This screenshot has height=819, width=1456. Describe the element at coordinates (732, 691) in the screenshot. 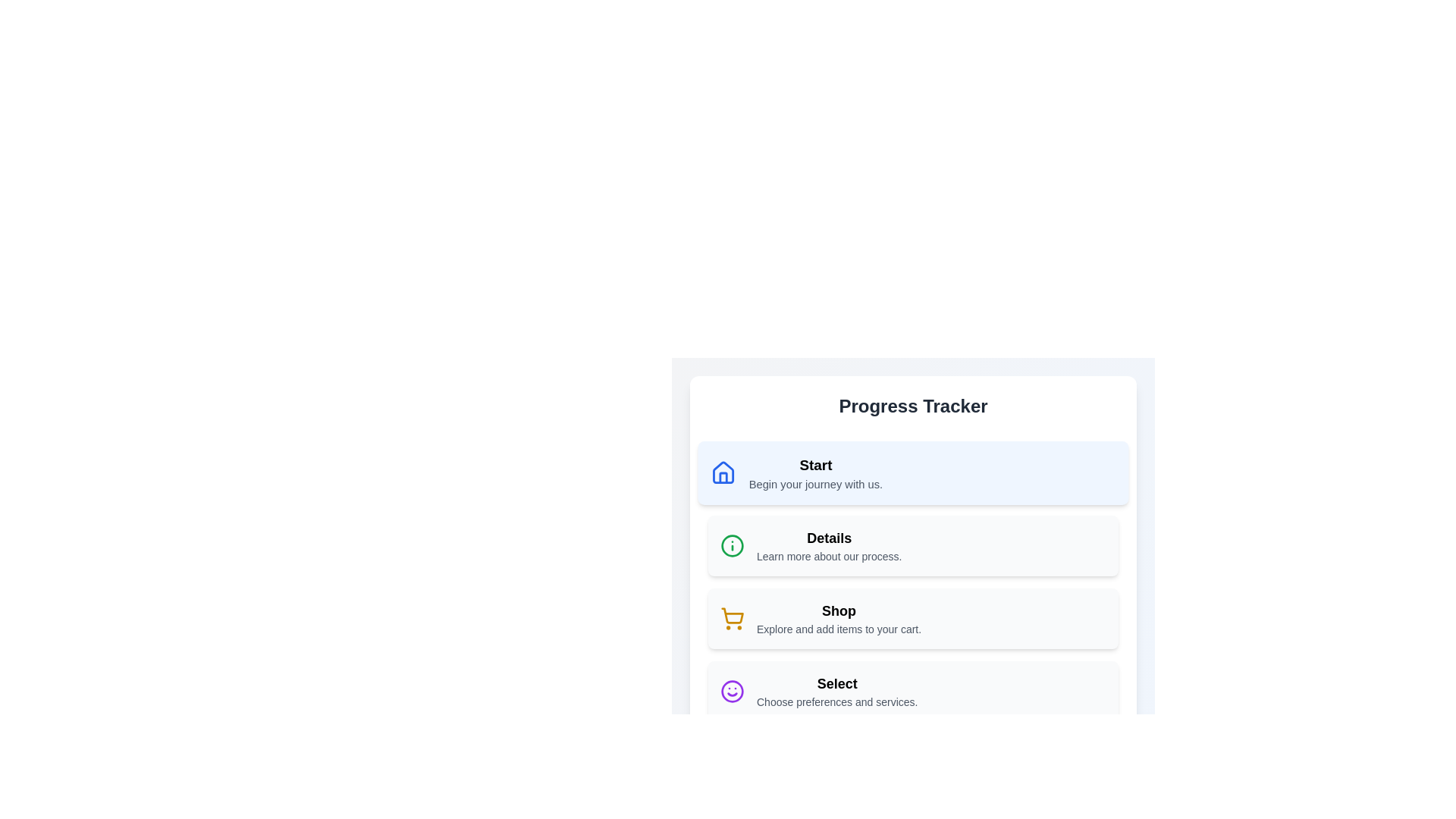

I see `the graphical form of the circular outline within the SVG graphic that represents the 'Select' option in the list` at that location.